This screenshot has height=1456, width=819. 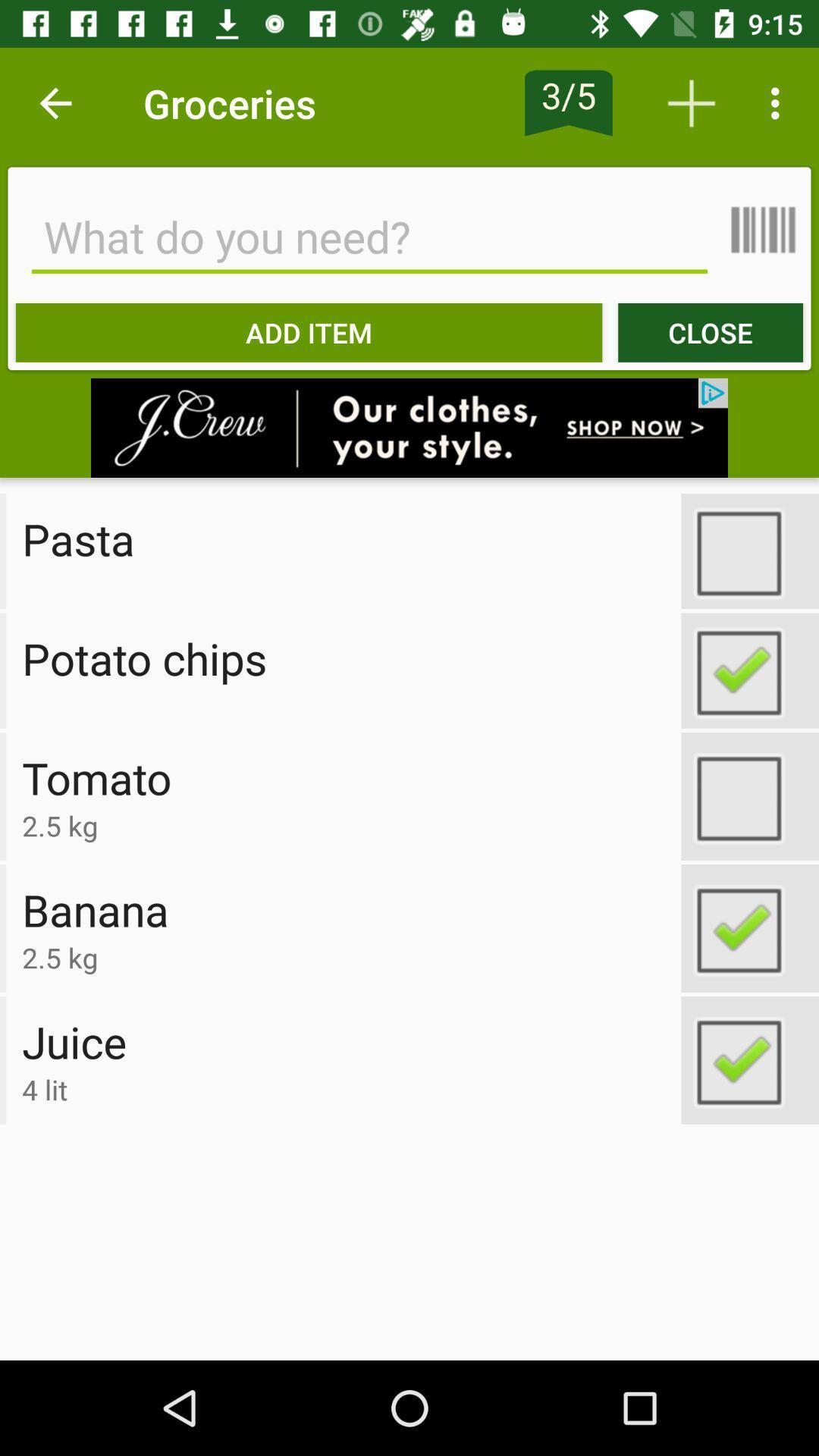 I want to click on groceries mark button, so click(x=749, y=927).